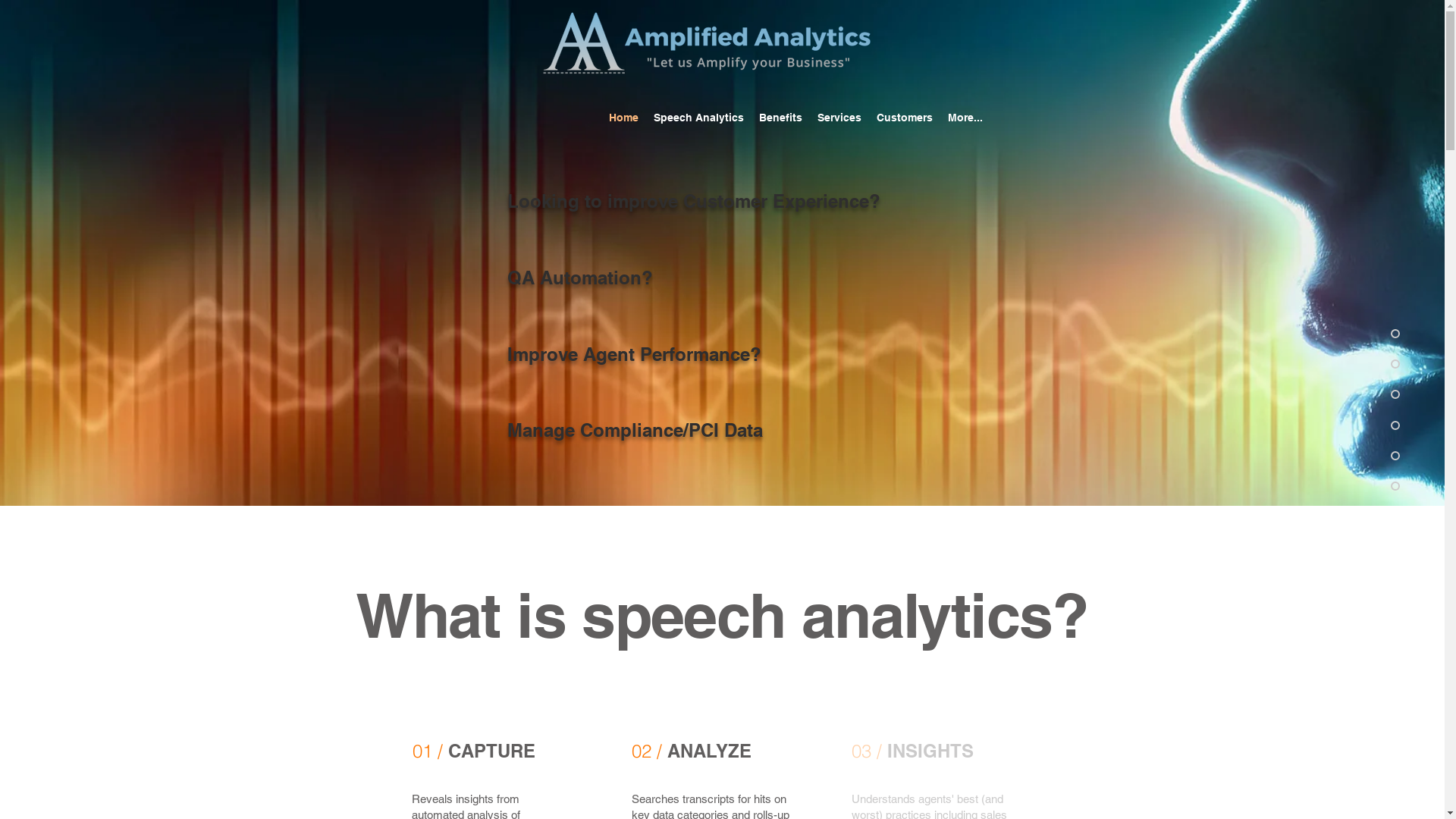 Image resolution: width=1456 pixels, height=819 pixels. Describe the element at coordinates (869, 116) in the screenshot. I see `'Customers'` at that location.